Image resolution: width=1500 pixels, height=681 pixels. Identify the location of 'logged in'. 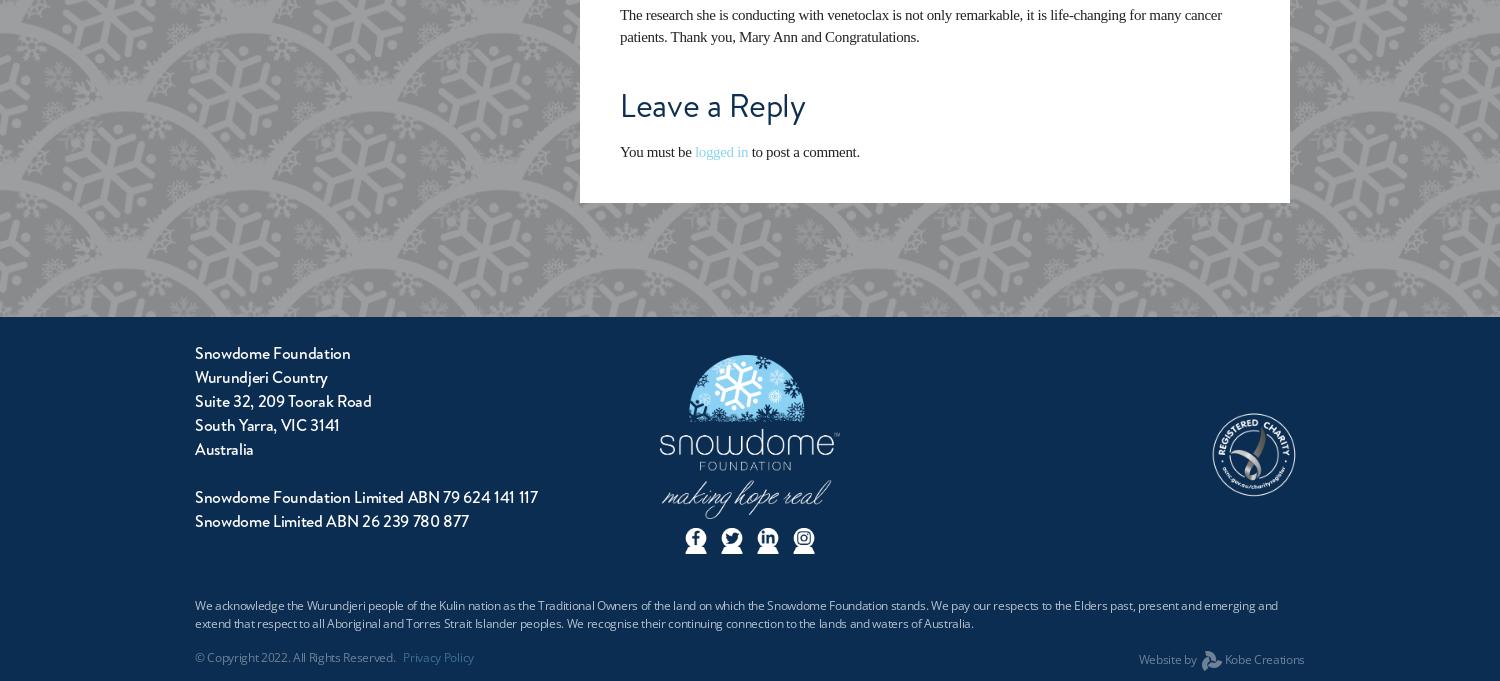
(720, 150).